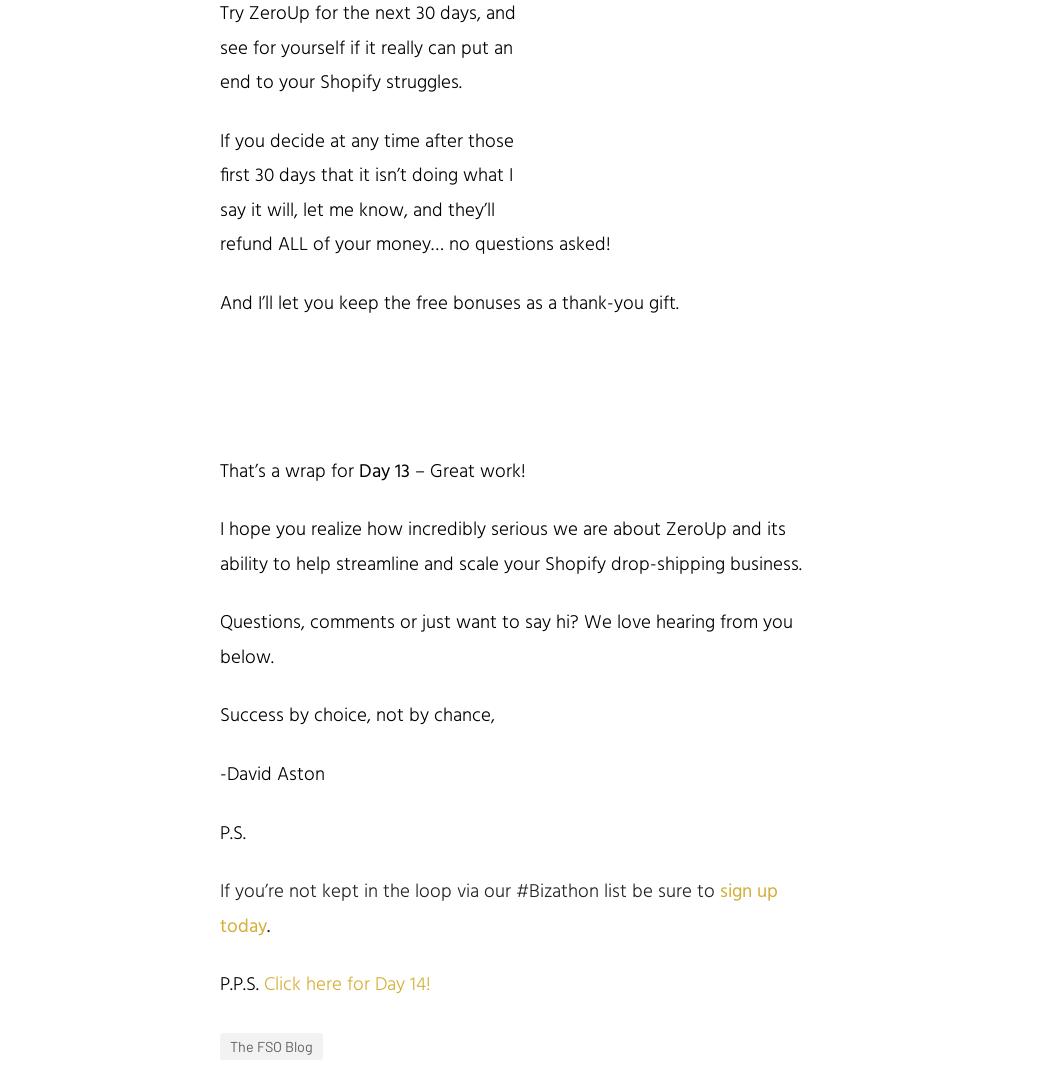 The width and height of the screenshot is (1050, 1078). Describe the element at coordinates (356, 715) in the screenshot. I see `'Success by choice, not by chance,'` at that location.